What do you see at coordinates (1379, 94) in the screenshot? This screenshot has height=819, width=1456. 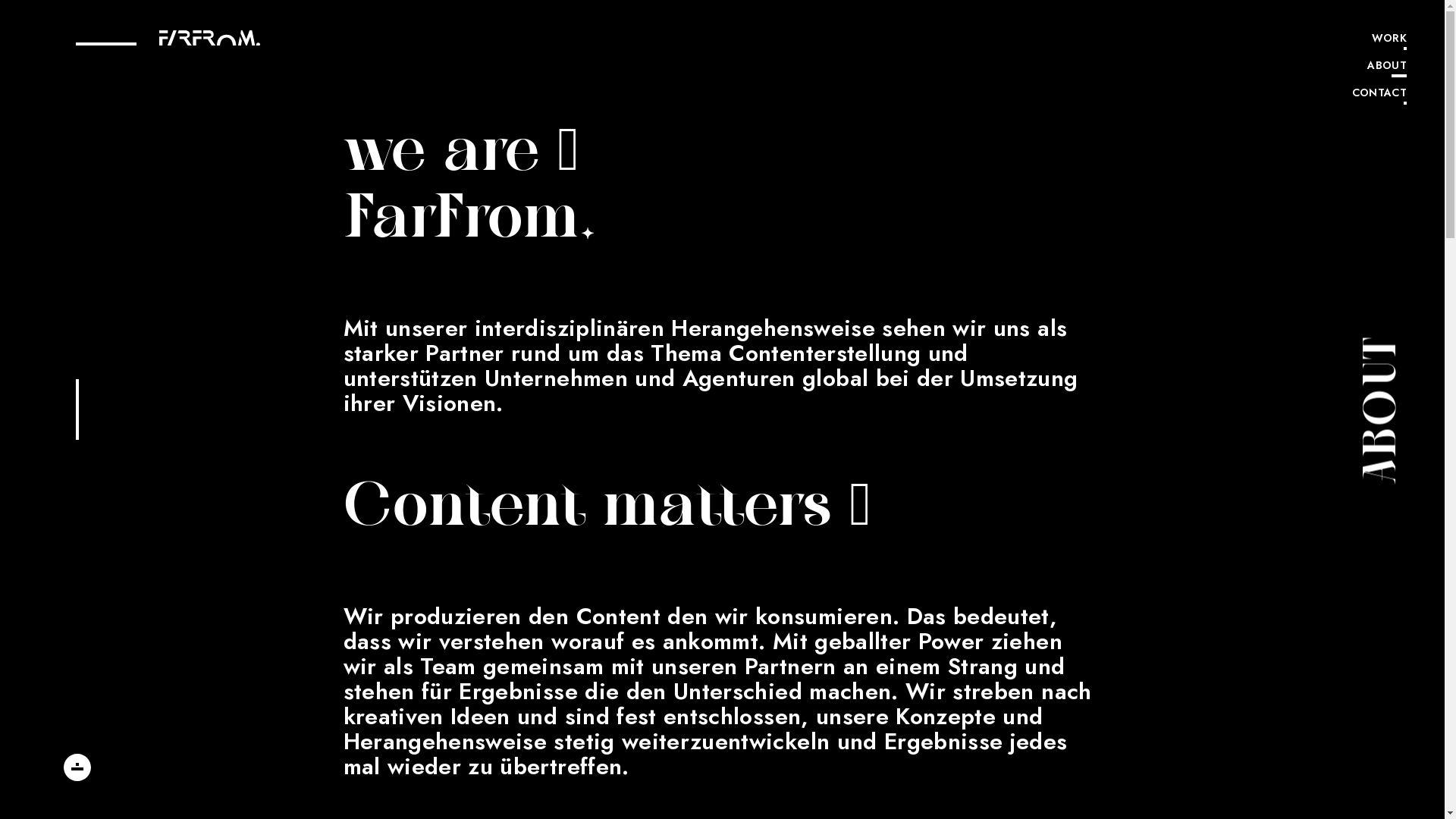 I see `'CONTACT'` at bounding box center [1379, 94].